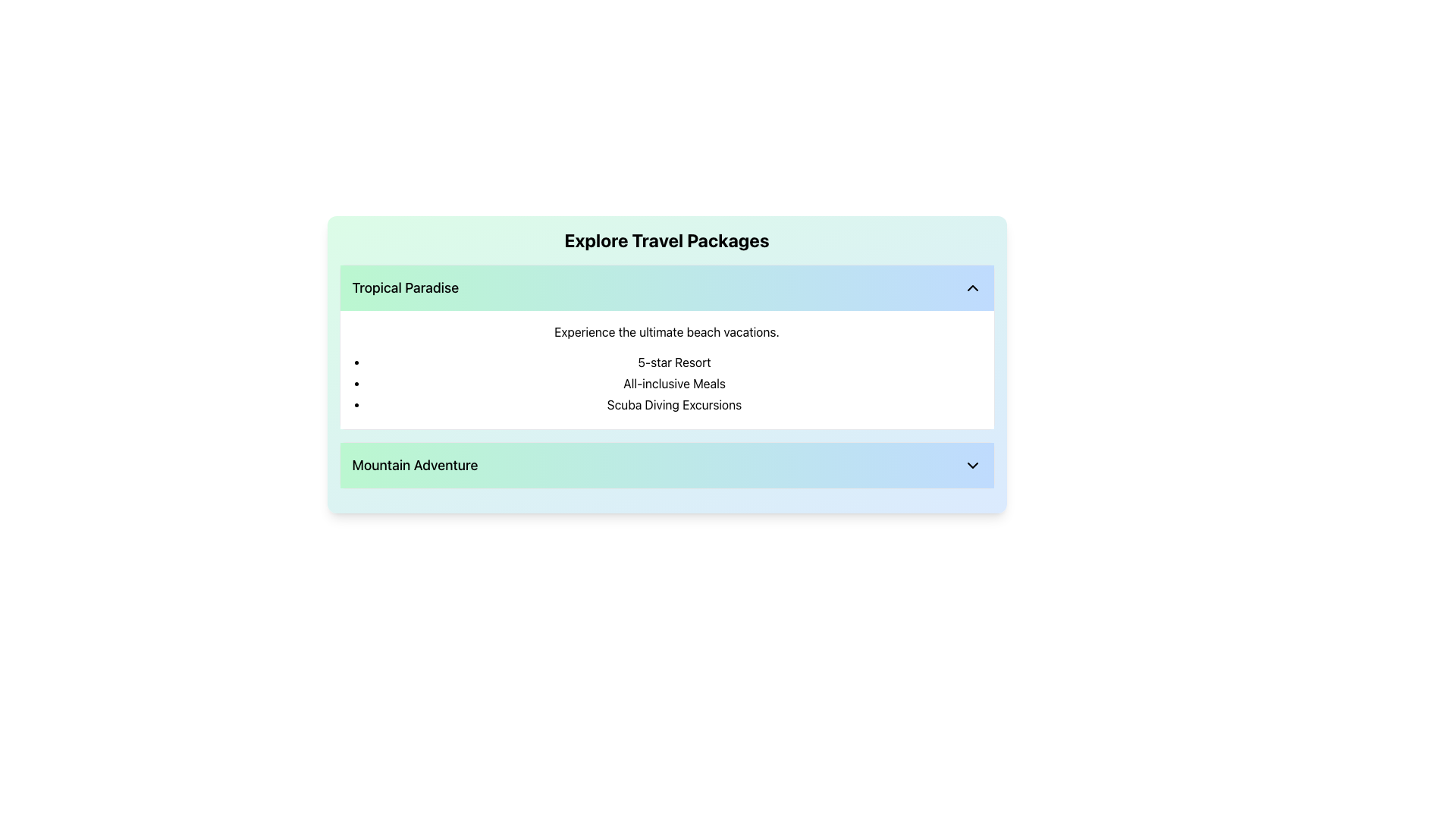 The image size is (1456, 819). I want to click on the text label displaying 'Tropical Paradise' located at the top-left corner of the horizontal bar, so click(405, 288).